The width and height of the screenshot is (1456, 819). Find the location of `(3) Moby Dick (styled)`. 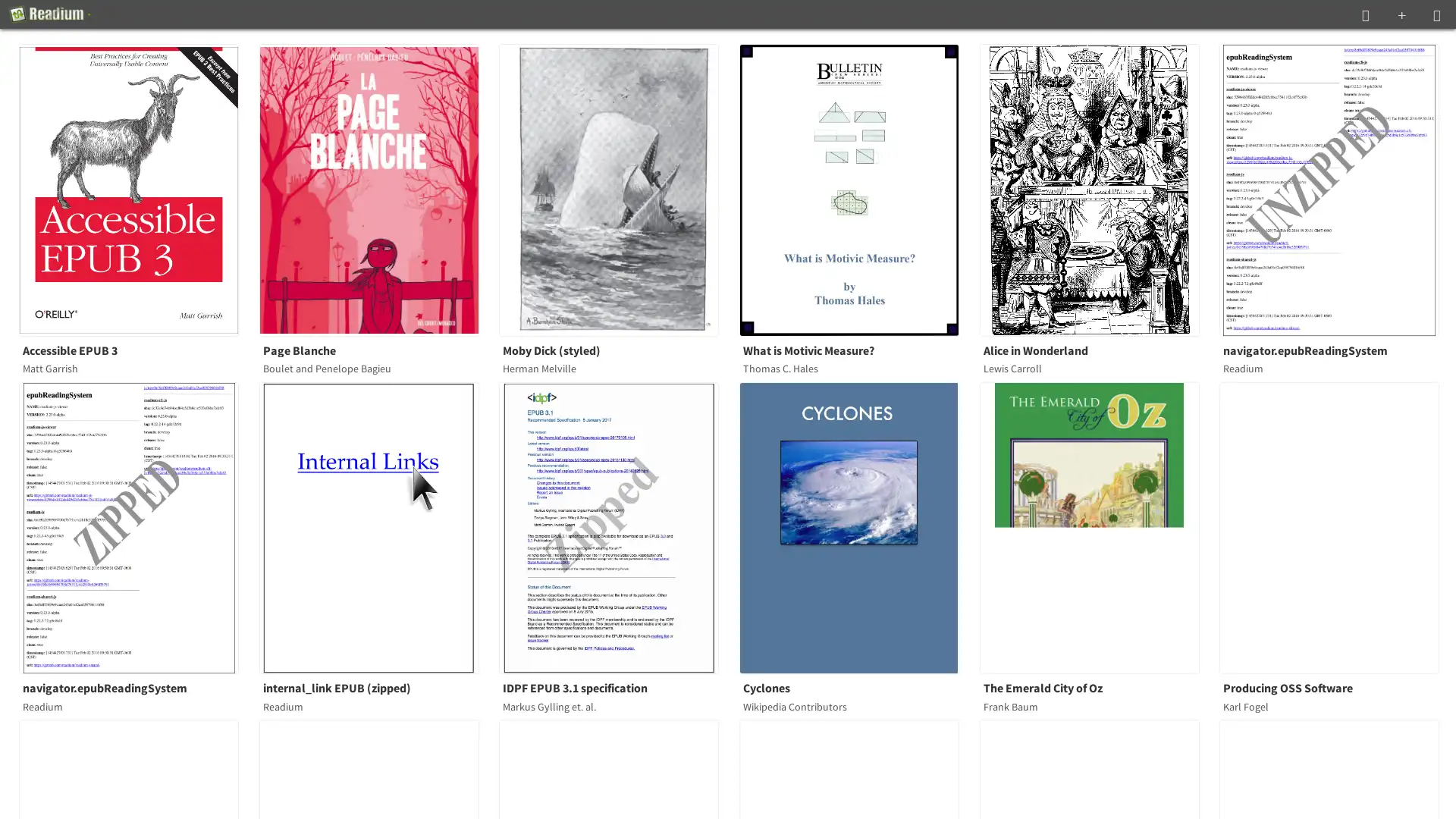

(3) Moby Dick (styled) is located at coordinates (618, 189).